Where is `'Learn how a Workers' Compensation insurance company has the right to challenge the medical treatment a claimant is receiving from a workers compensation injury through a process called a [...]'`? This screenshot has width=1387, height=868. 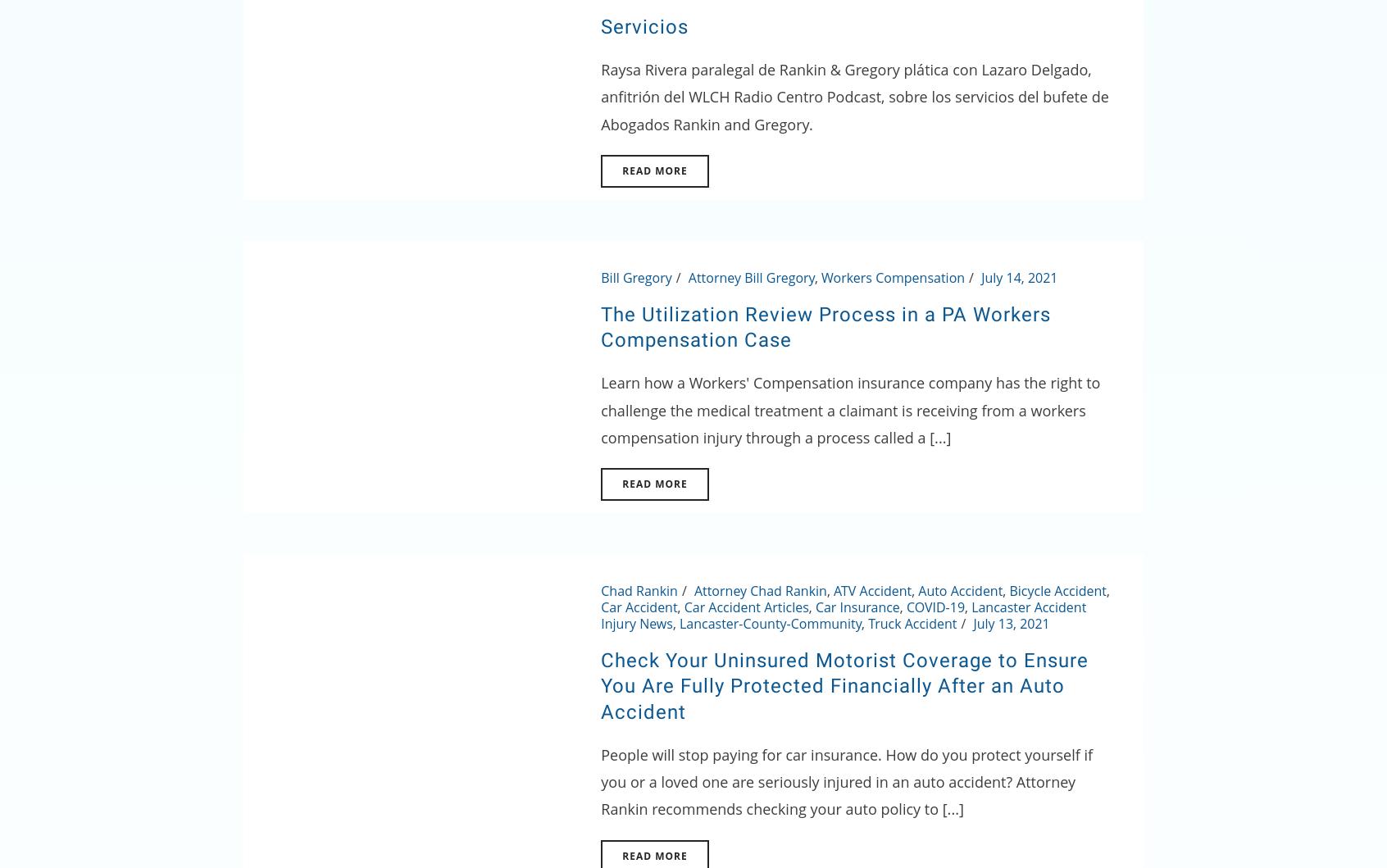 'Learn how a Workers' Compensation insurance company has the right to challenge the medical treatment a claimant is receiving from a workers compensation injury through a process called a [...]' is located at coordinates (849, 409).